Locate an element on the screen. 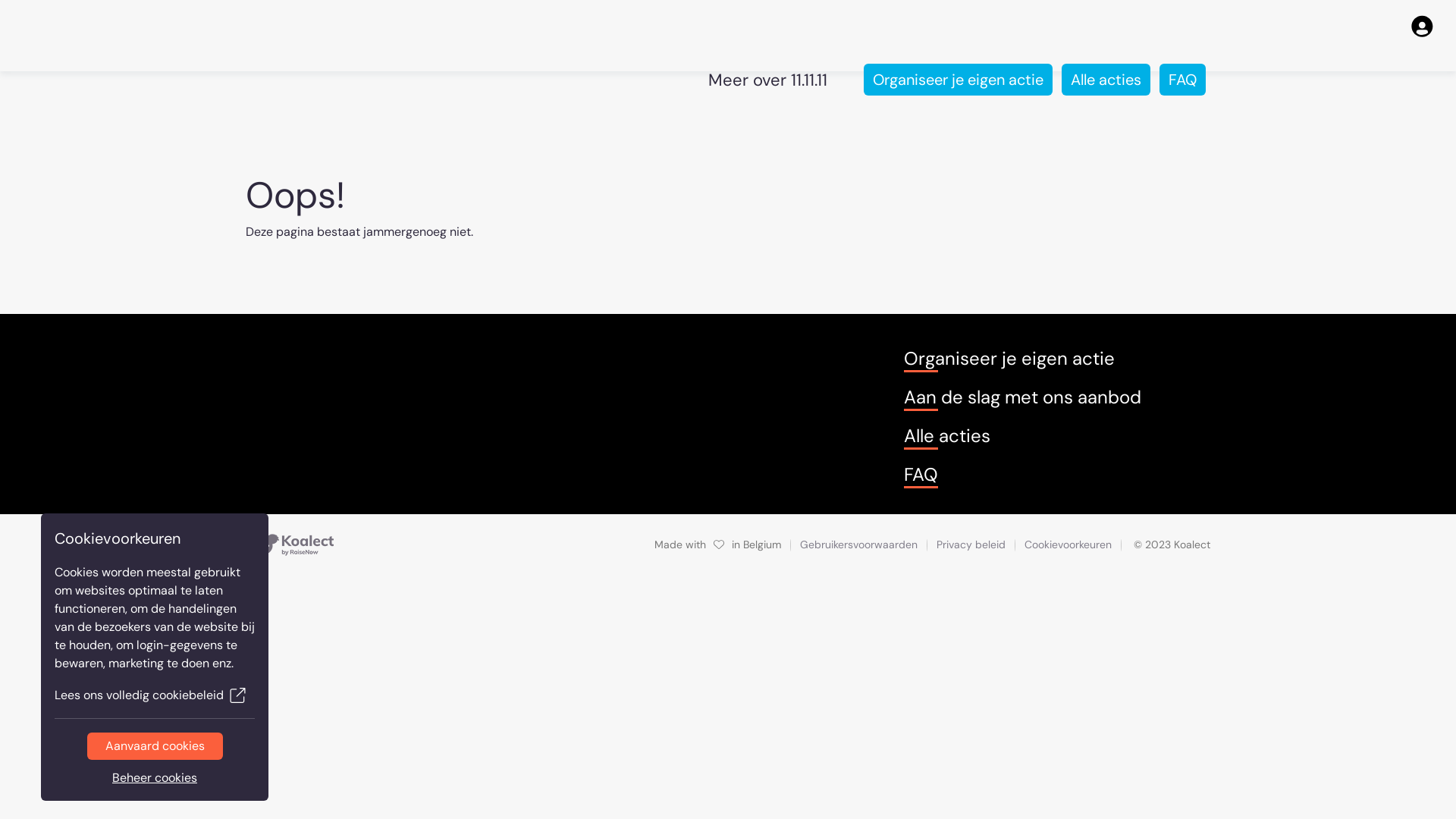 The height and width of the screenshot is (819, 1456). 'FAQ' is located at coordinates (1181, 79).